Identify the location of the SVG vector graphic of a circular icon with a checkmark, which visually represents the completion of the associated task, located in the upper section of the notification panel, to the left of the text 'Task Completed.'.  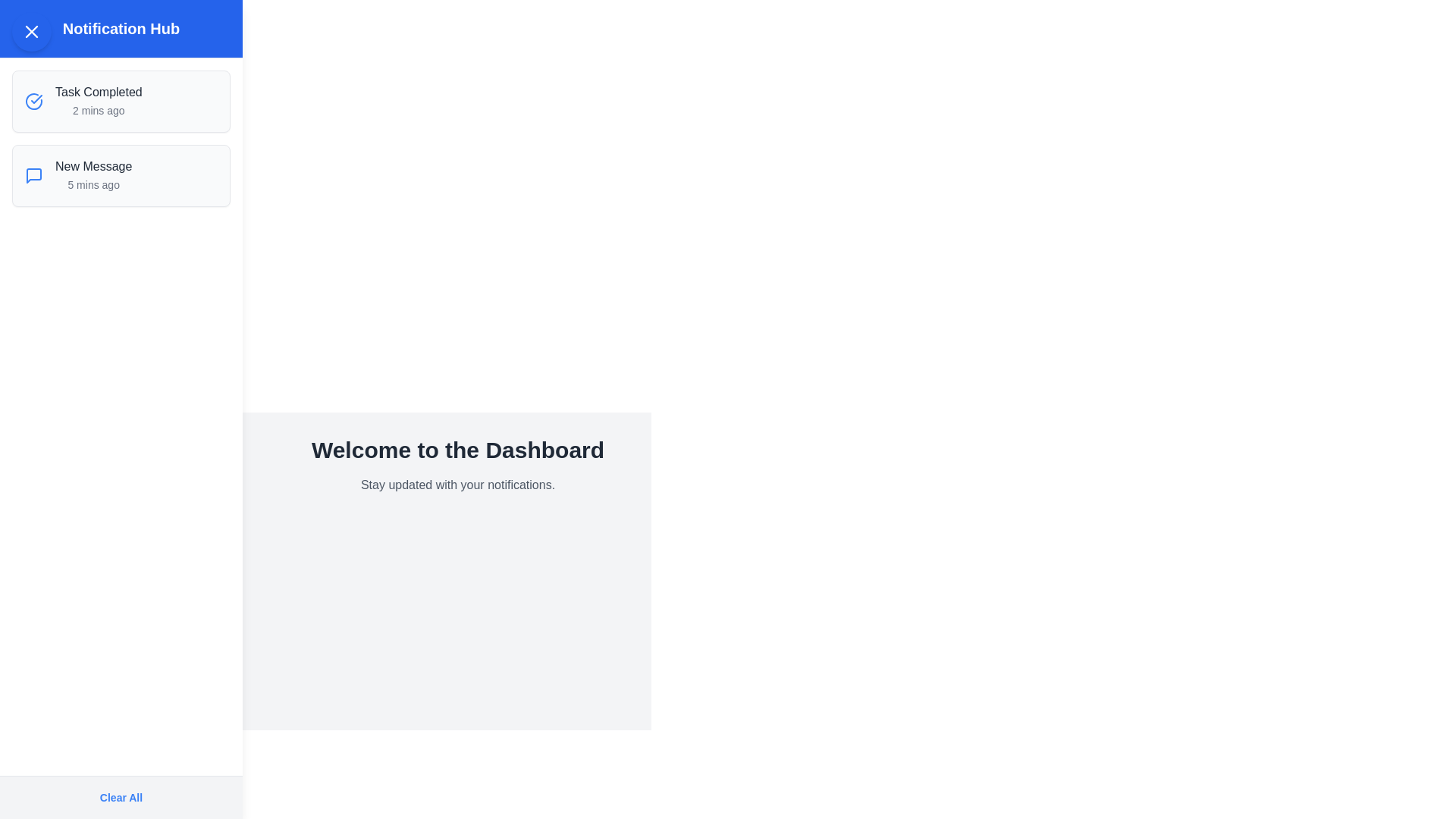
(33, 102).